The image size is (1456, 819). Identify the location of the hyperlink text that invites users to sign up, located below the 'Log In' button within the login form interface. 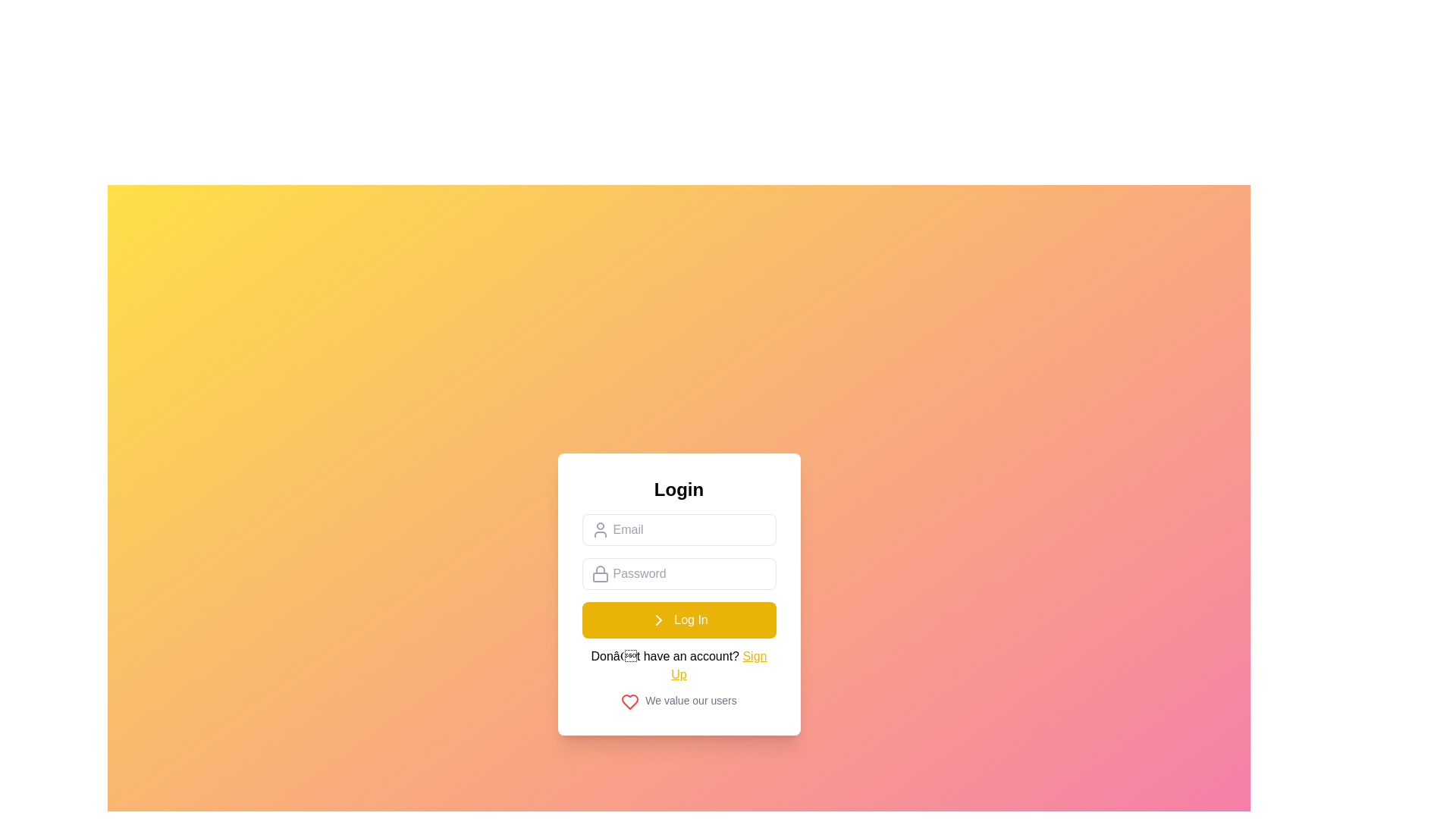
(718, 664).